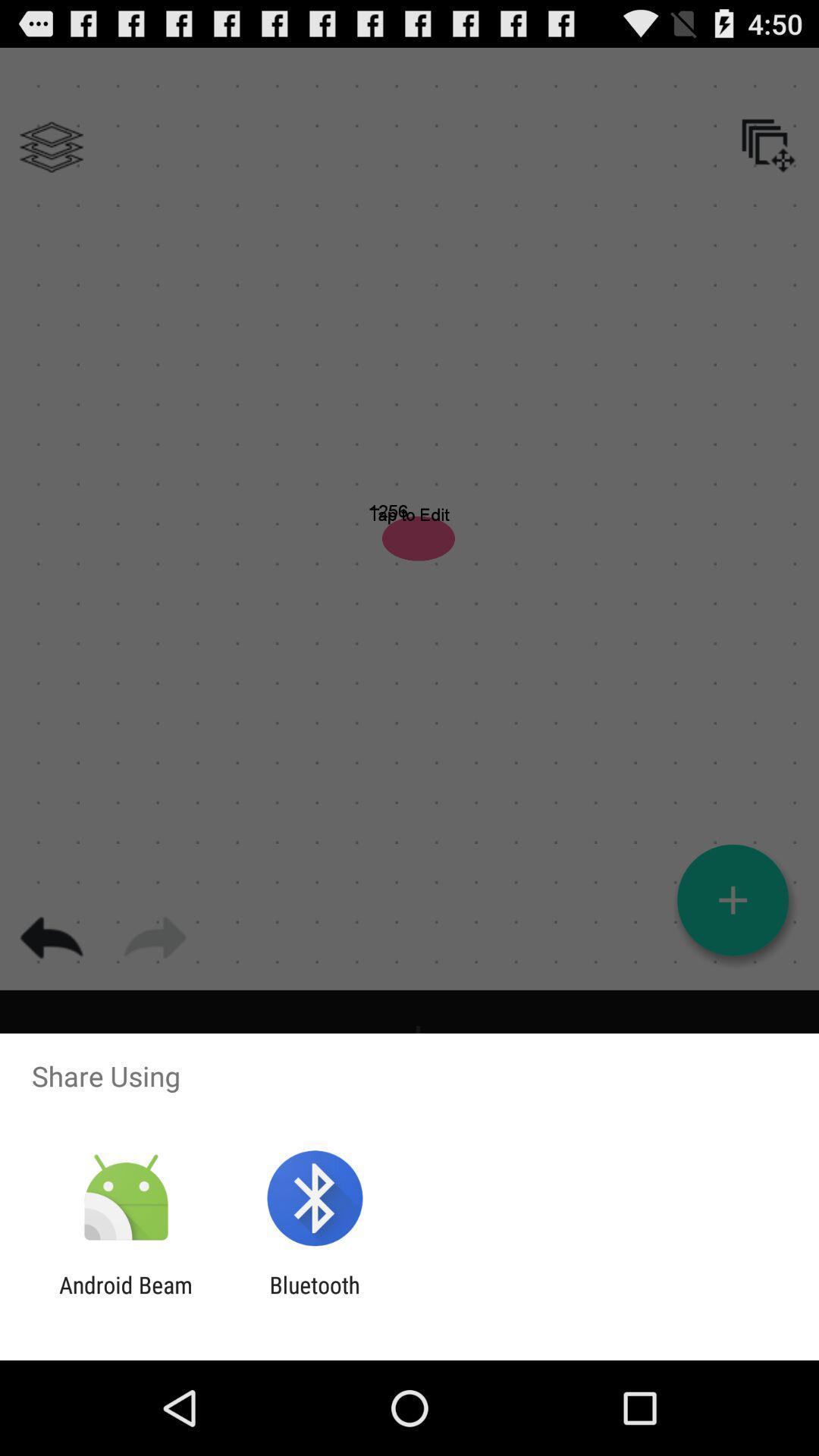 The image size is (819, 1456). I want to click on the item next to the bluetooth icon, so click(125, 1298).